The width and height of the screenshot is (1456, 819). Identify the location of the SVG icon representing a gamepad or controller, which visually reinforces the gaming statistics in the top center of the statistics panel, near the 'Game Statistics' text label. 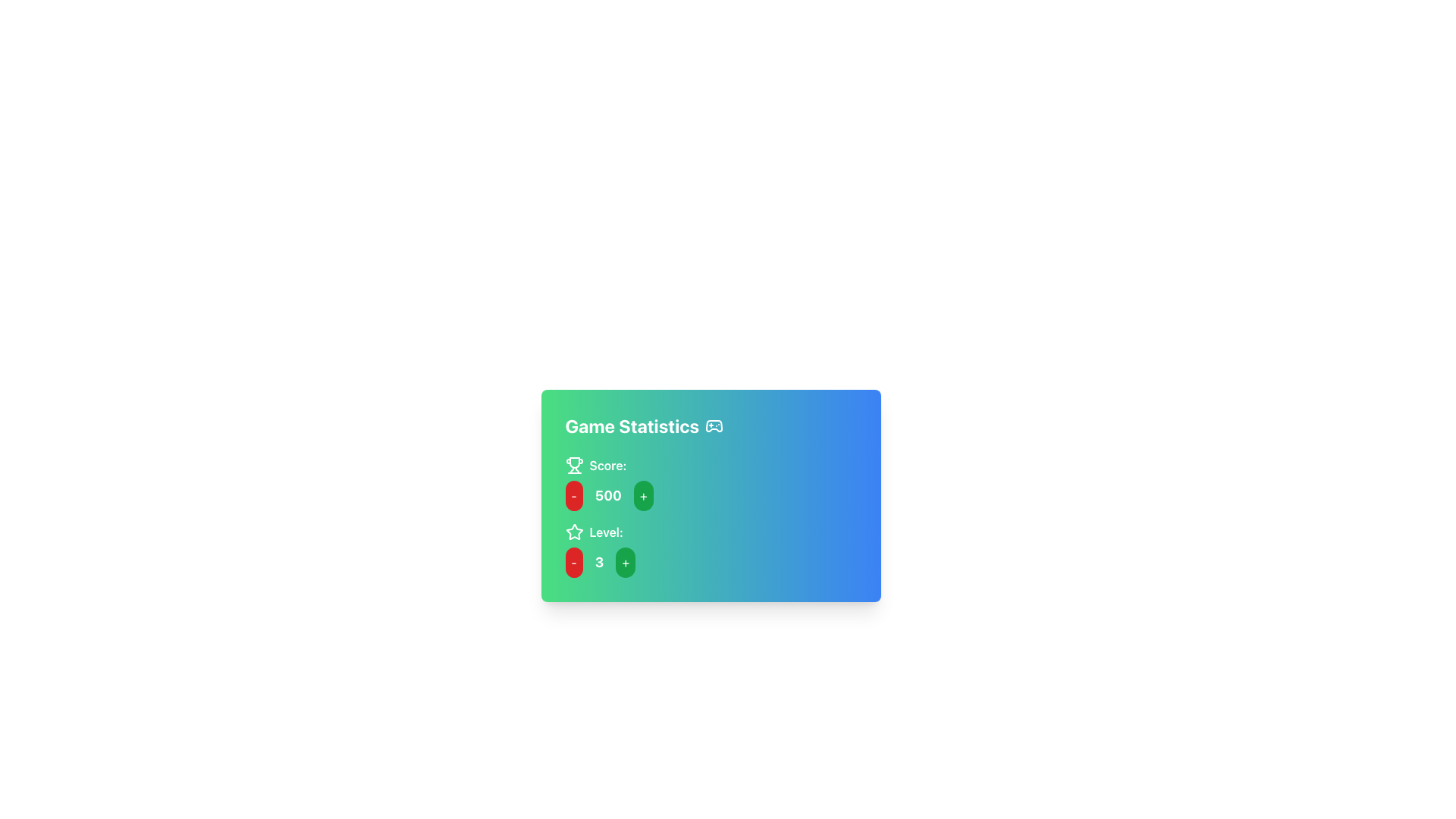
(714, 426).